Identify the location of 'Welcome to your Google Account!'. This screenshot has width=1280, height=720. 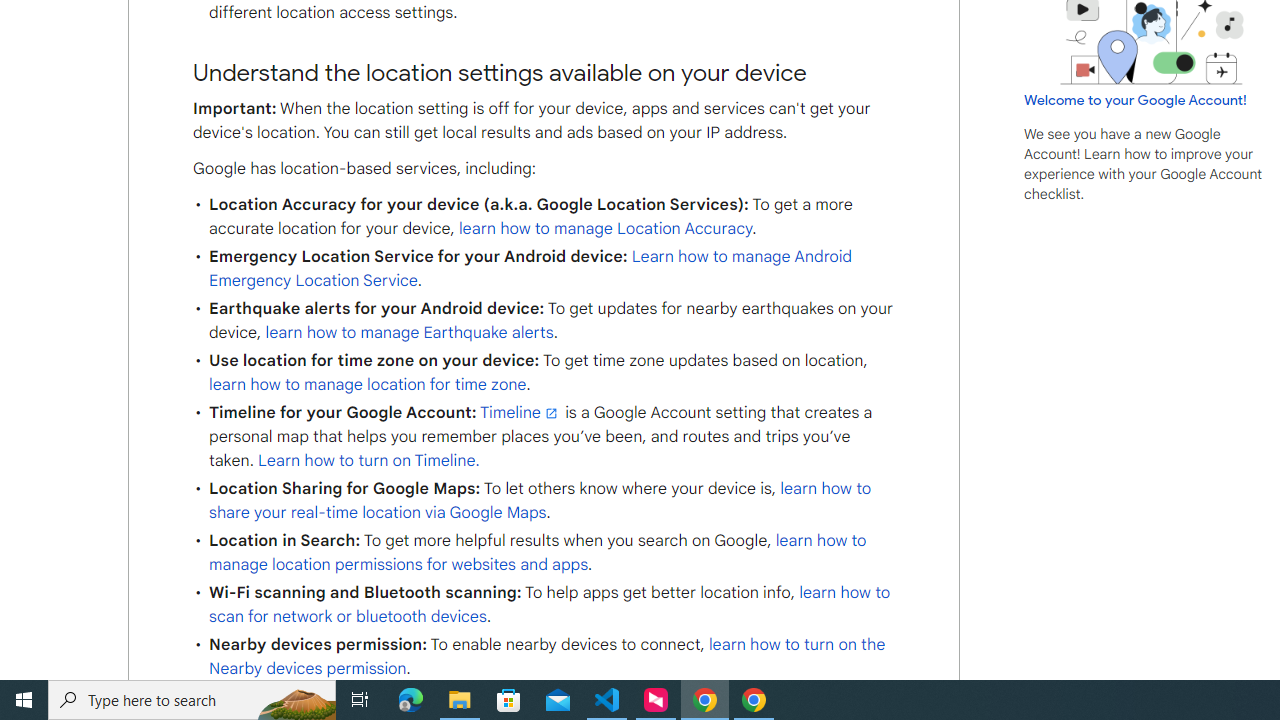
(1135, 99).